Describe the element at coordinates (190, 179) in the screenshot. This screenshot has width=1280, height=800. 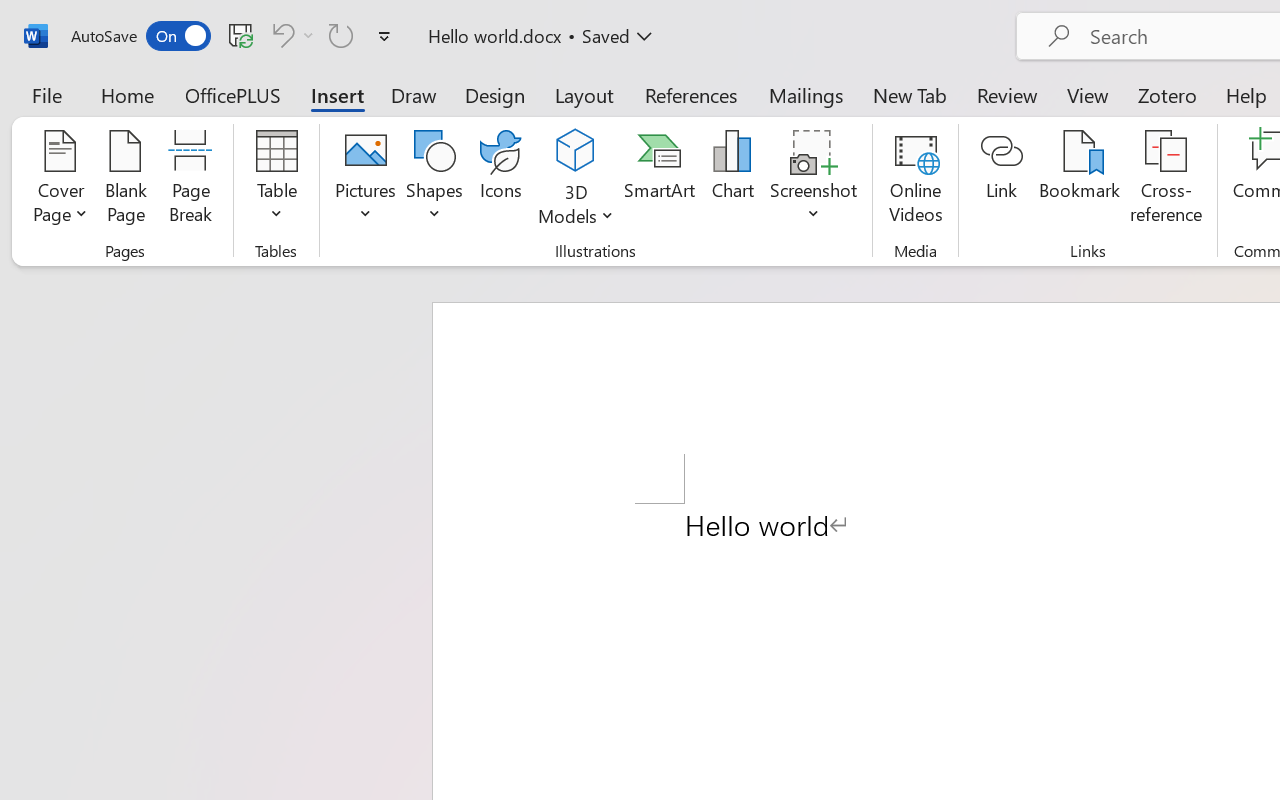
I see `'Page Break'` at that location.